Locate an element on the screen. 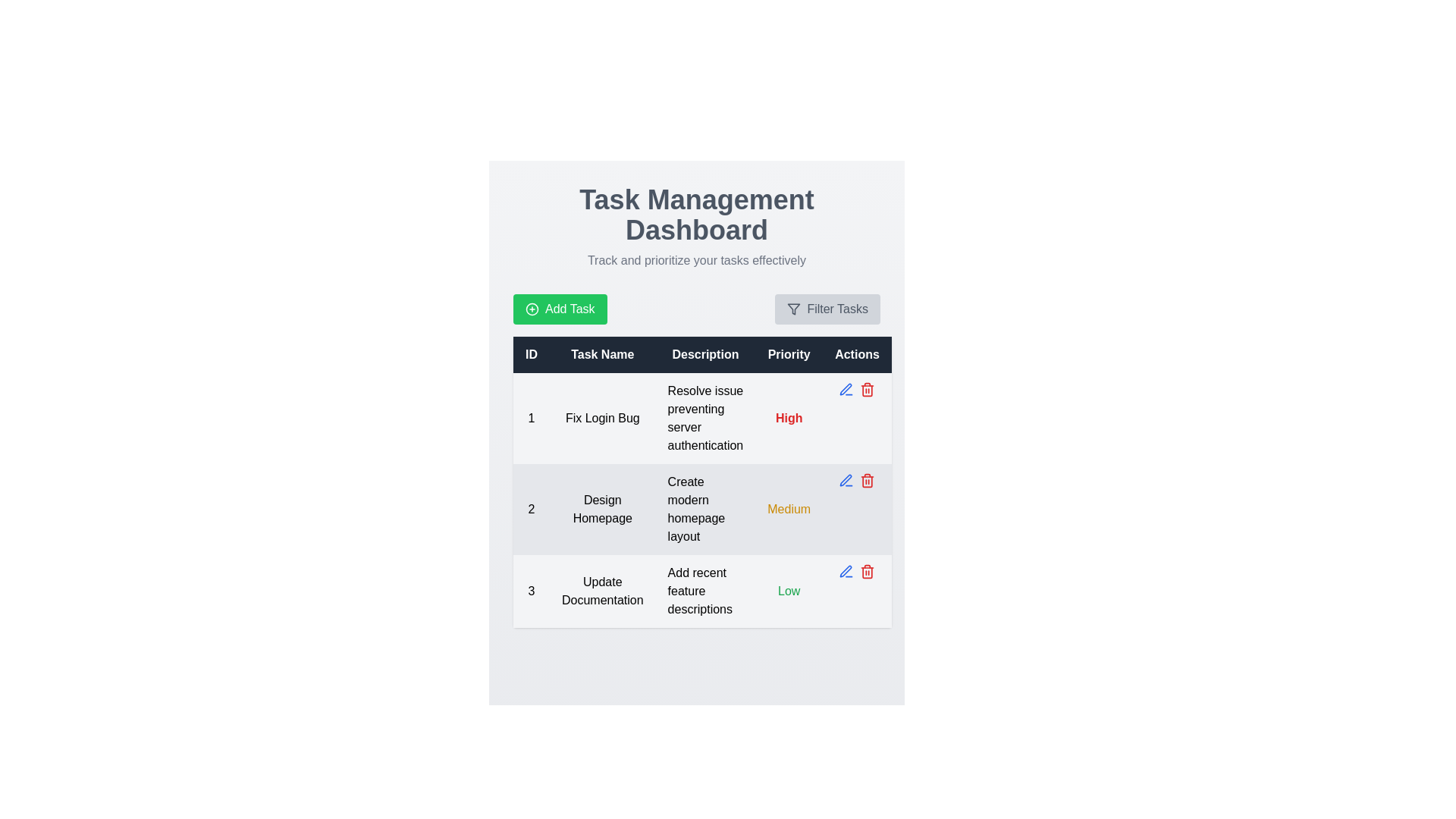 The height and width of the screenshot is (819, 1456). the Text Label displaying 'Update Documentation' located in the 'Task Name' column of the task management table is located at coordinates (601, 590).